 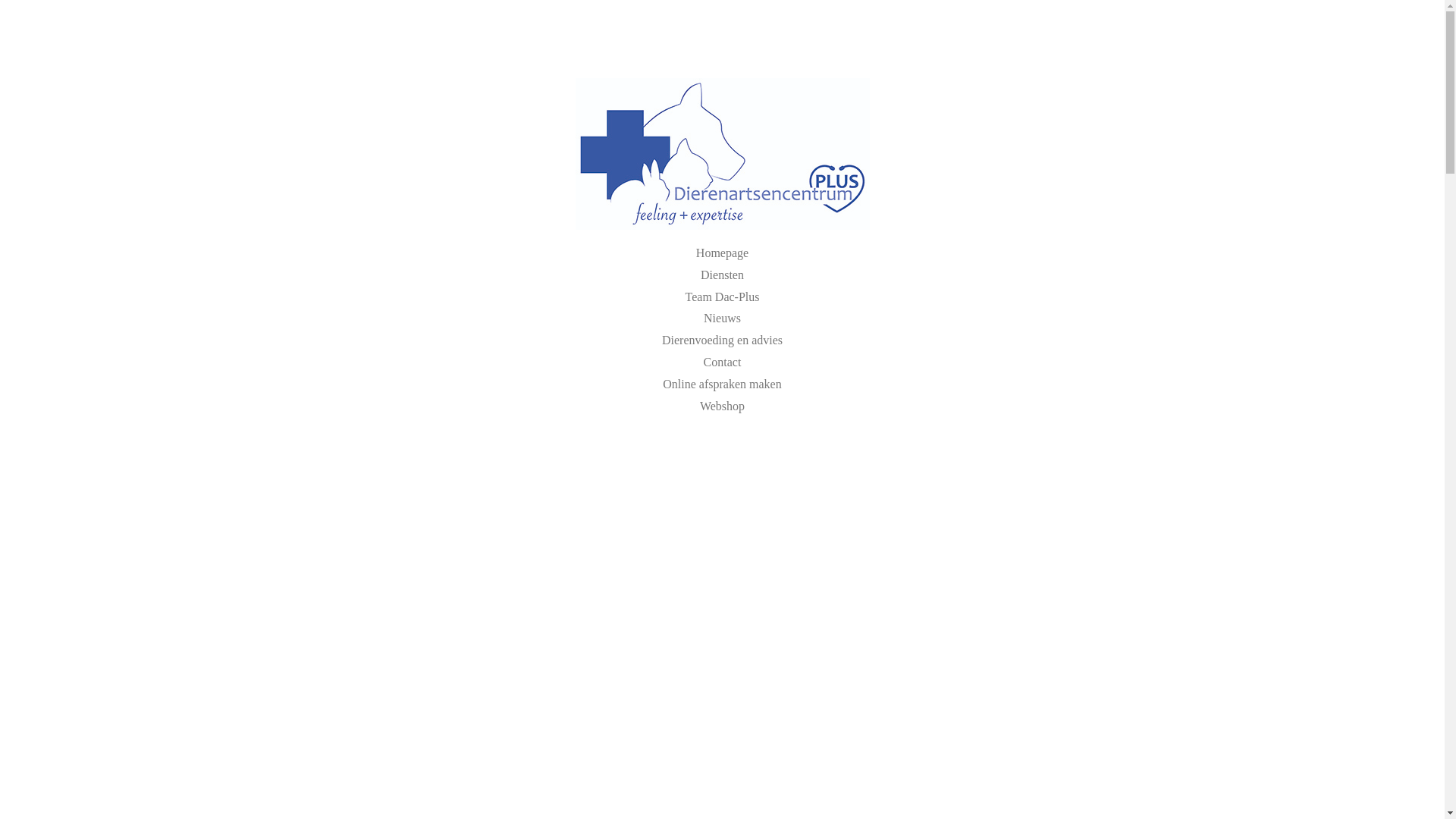 What do you see at coordinates (720, 383) in the screenshot?
I see `'Online afspraken maken'` at bounding box center [720, 383].